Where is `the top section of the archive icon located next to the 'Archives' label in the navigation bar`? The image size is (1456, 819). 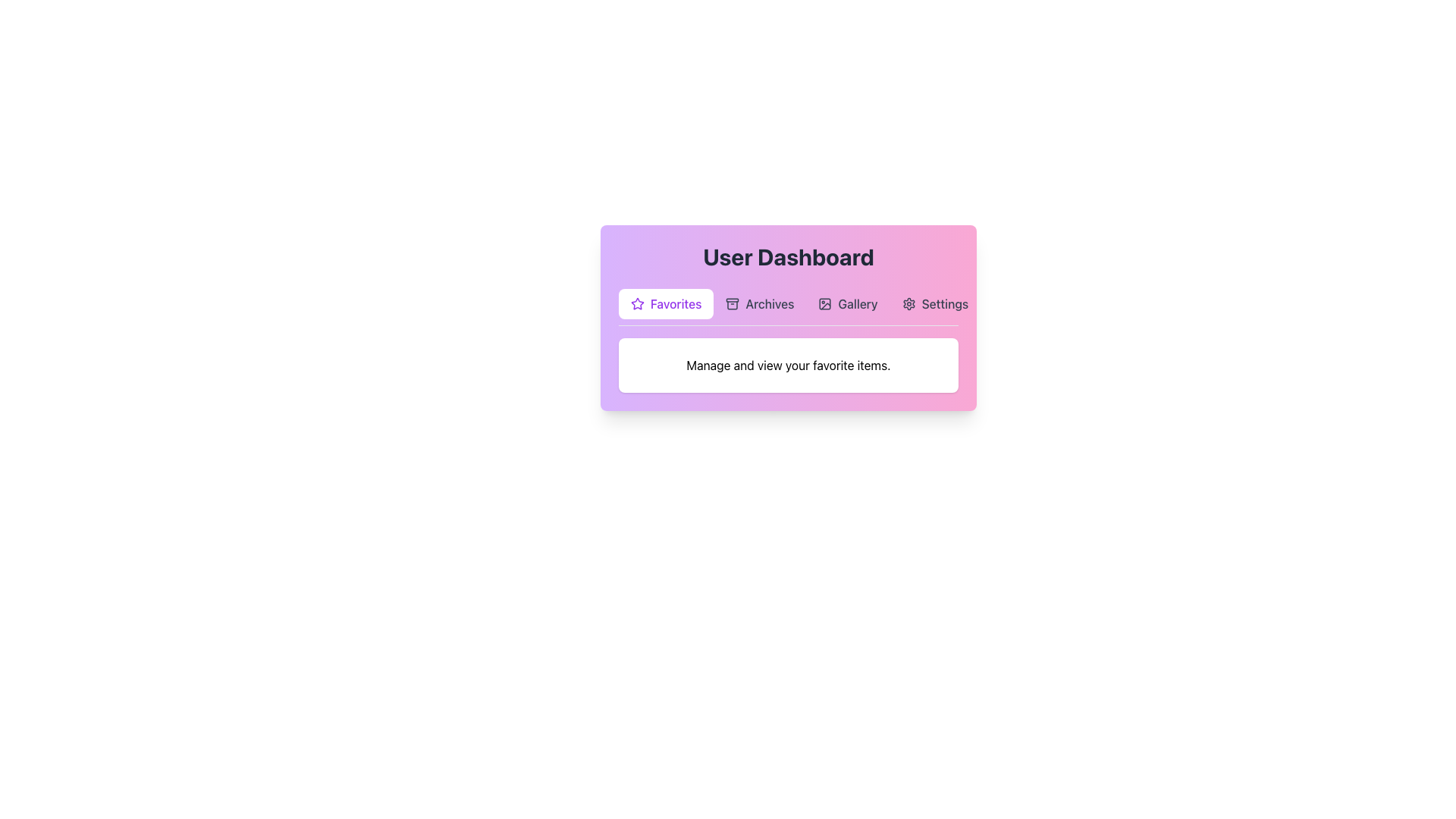 the top section of the archive icon located next to the 'Archives' label in the navigation bar is located at coordinates (733, 300).